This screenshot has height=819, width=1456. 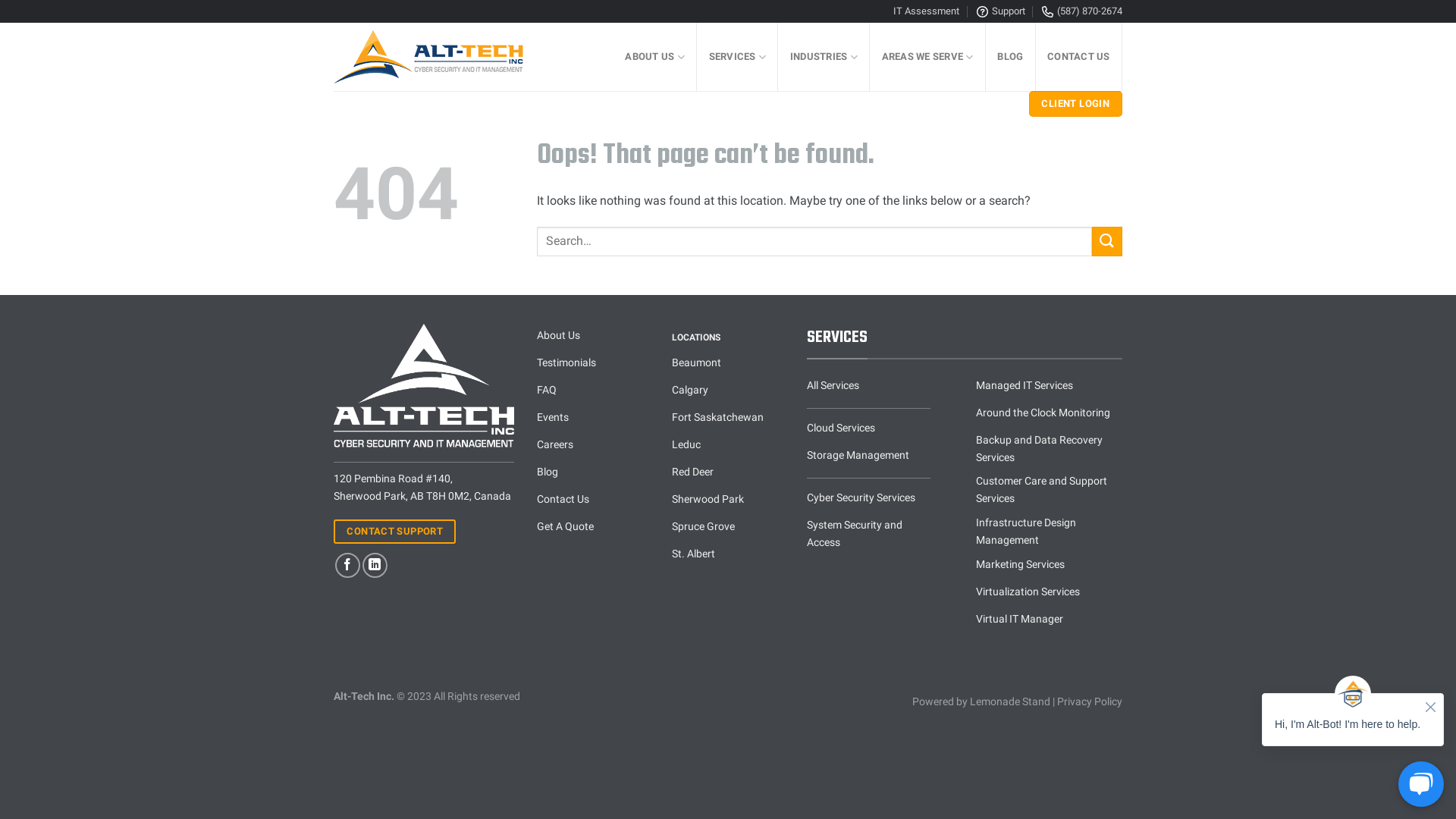 I want to click on 'SERVICES', so click(x=695, y=55).